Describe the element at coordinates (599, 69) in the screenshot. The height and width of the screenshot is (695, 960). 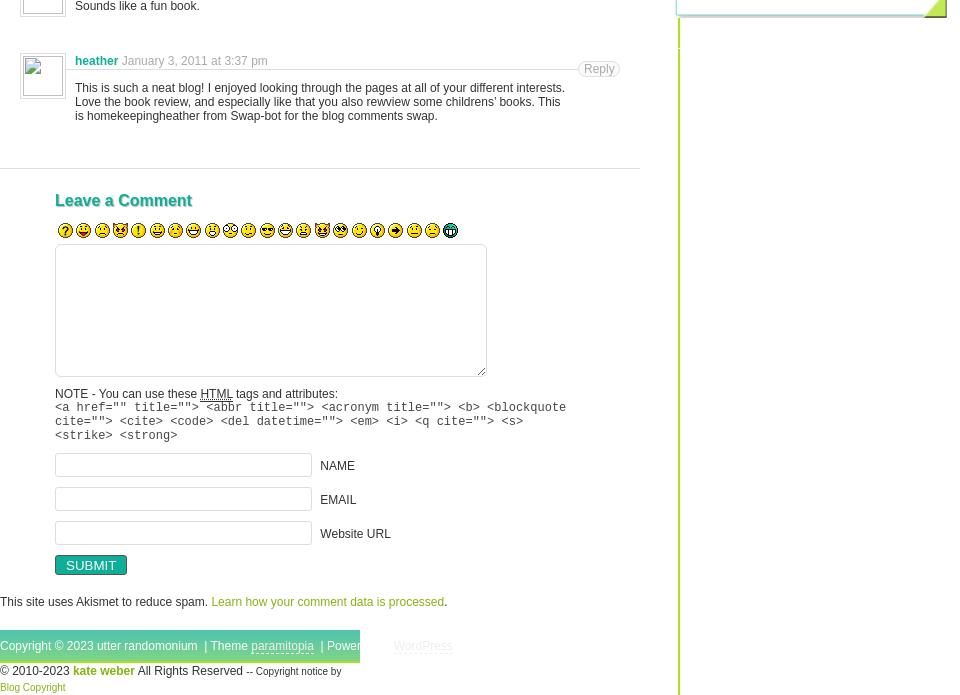
I see `'Reply'` at that location.